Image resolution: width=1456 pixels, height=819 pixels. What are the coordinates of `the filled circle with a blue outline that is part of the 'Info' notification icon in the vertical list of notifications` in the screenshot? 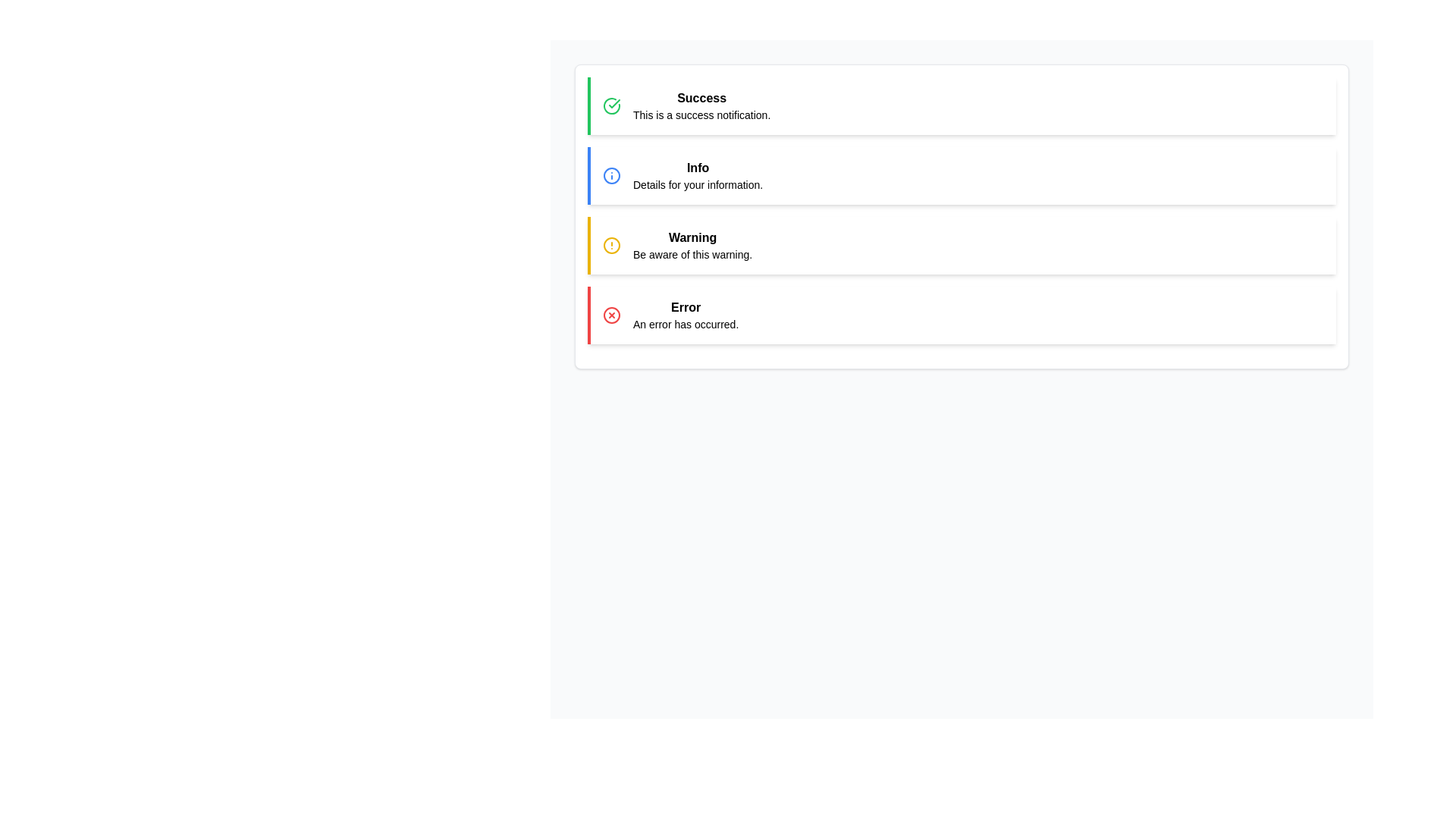 It's located at (611, 174).